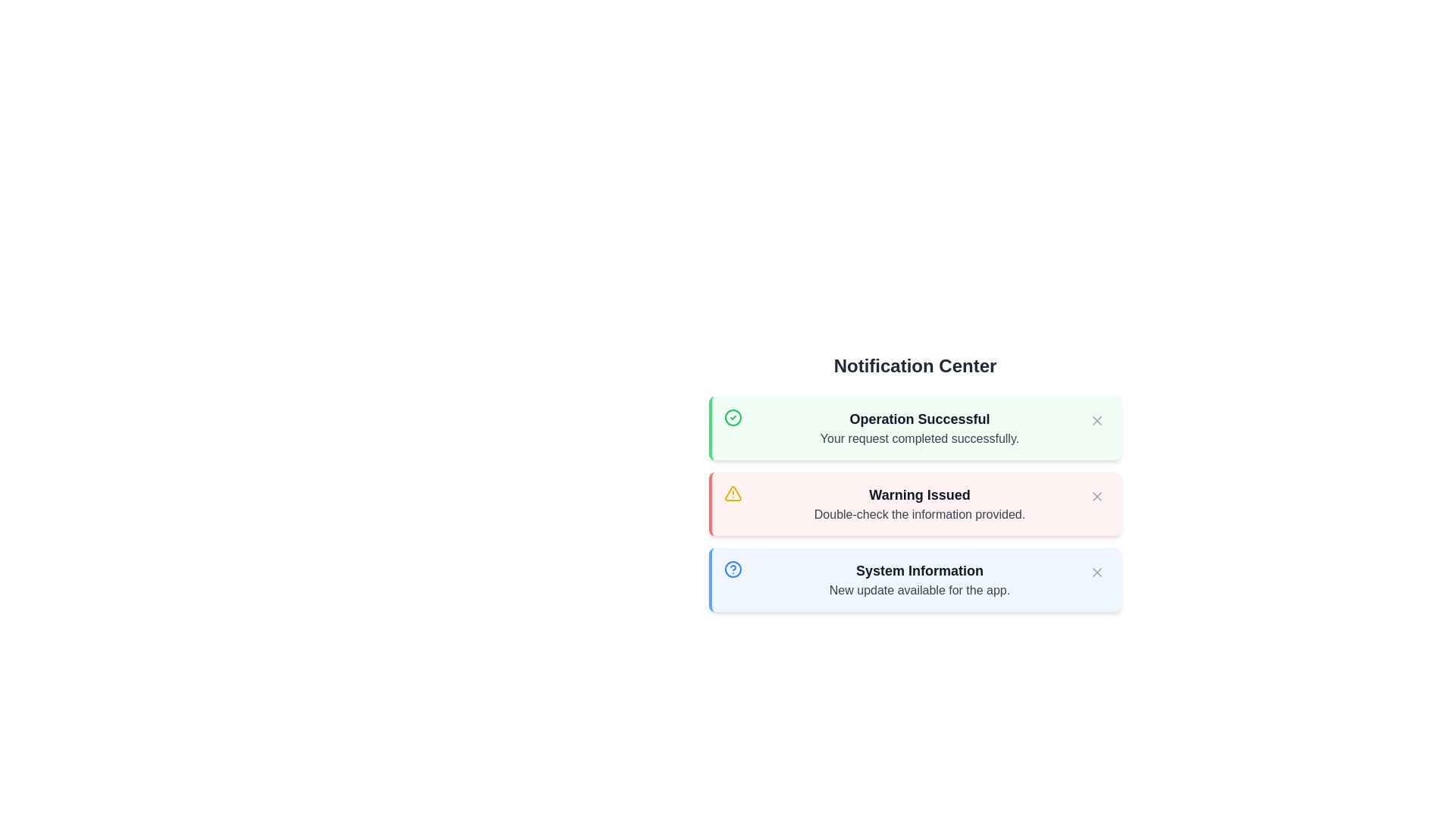  Describe the element at coordinates (1097, 497) in the screenshot. I see `the gray circular button with an 'X' icon` at that location.